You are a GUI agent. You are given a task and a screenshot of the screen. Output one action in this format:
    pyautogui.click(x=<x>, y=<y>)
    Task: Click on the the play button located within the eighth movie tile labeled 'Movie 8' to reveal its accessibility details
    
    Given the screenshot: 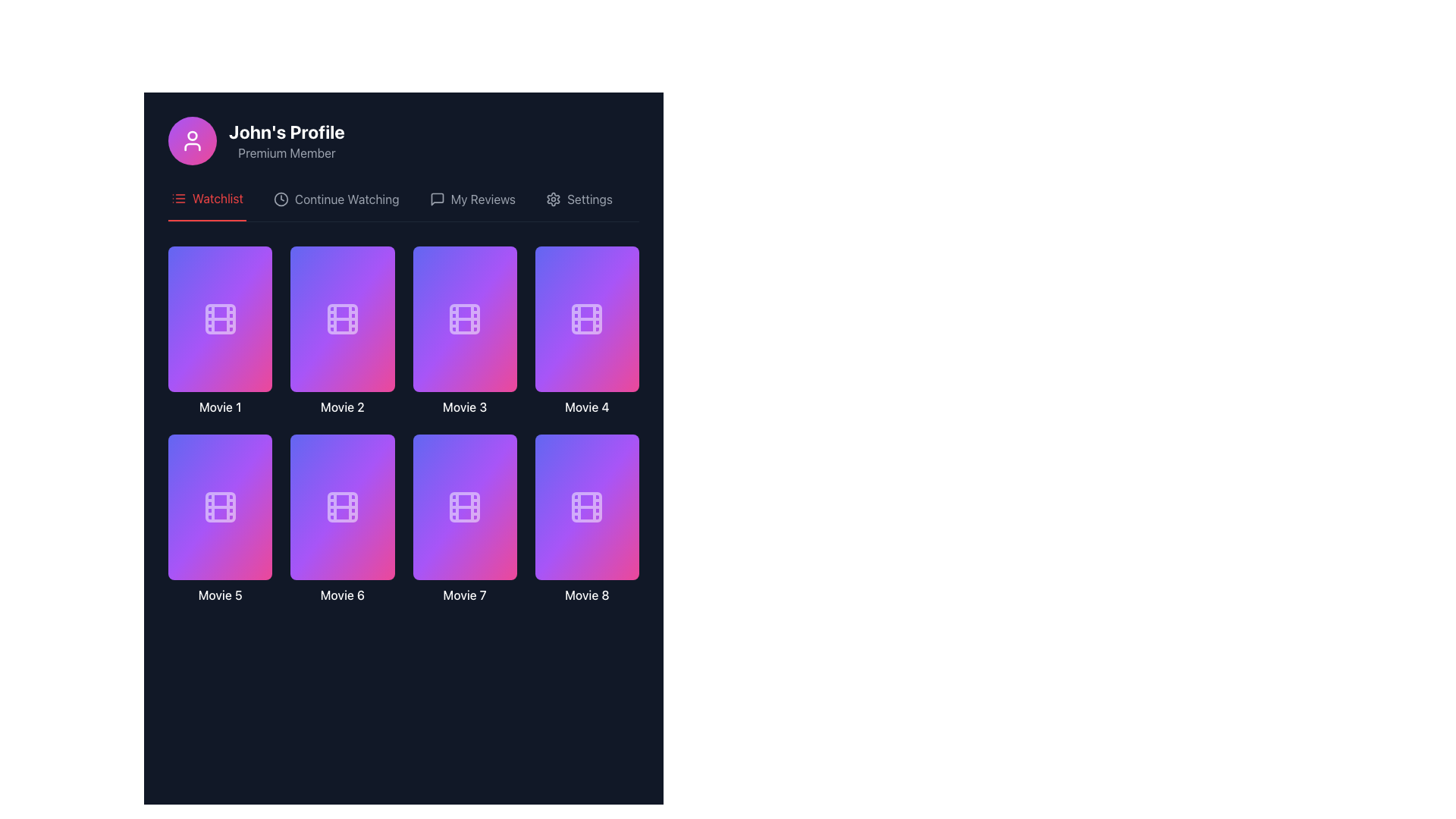 What is the action you would take?
    pyautogui.click(x=586, y=500)
    